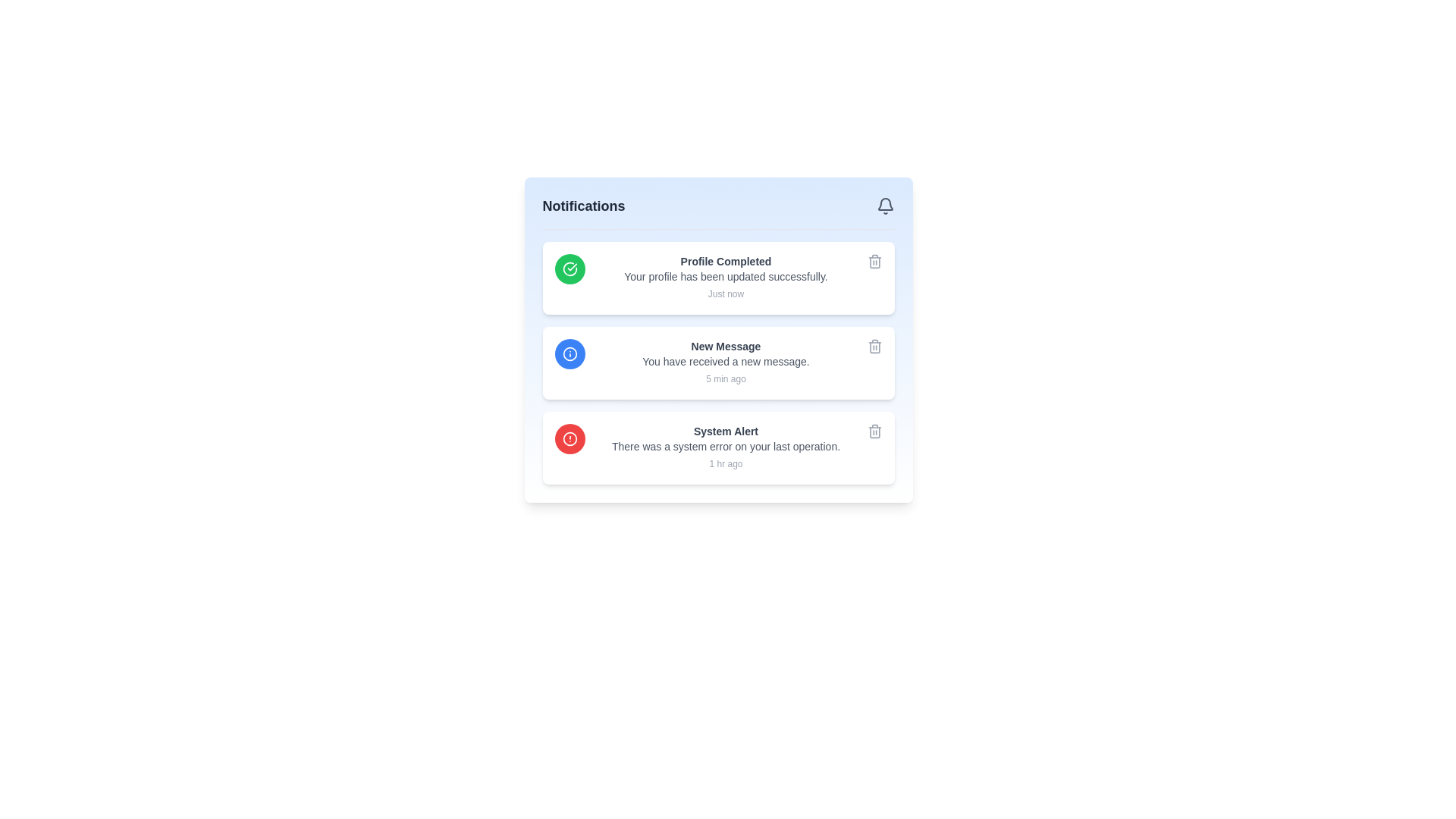 This screenshot has height=819, width=1456. Describe the element at coordinates (874, 431) in the screenshot. I see `the delete button for the notification card that allows the user to remove the notification, located at the far right within the notification card aligned with 'System Alert'` at that location.